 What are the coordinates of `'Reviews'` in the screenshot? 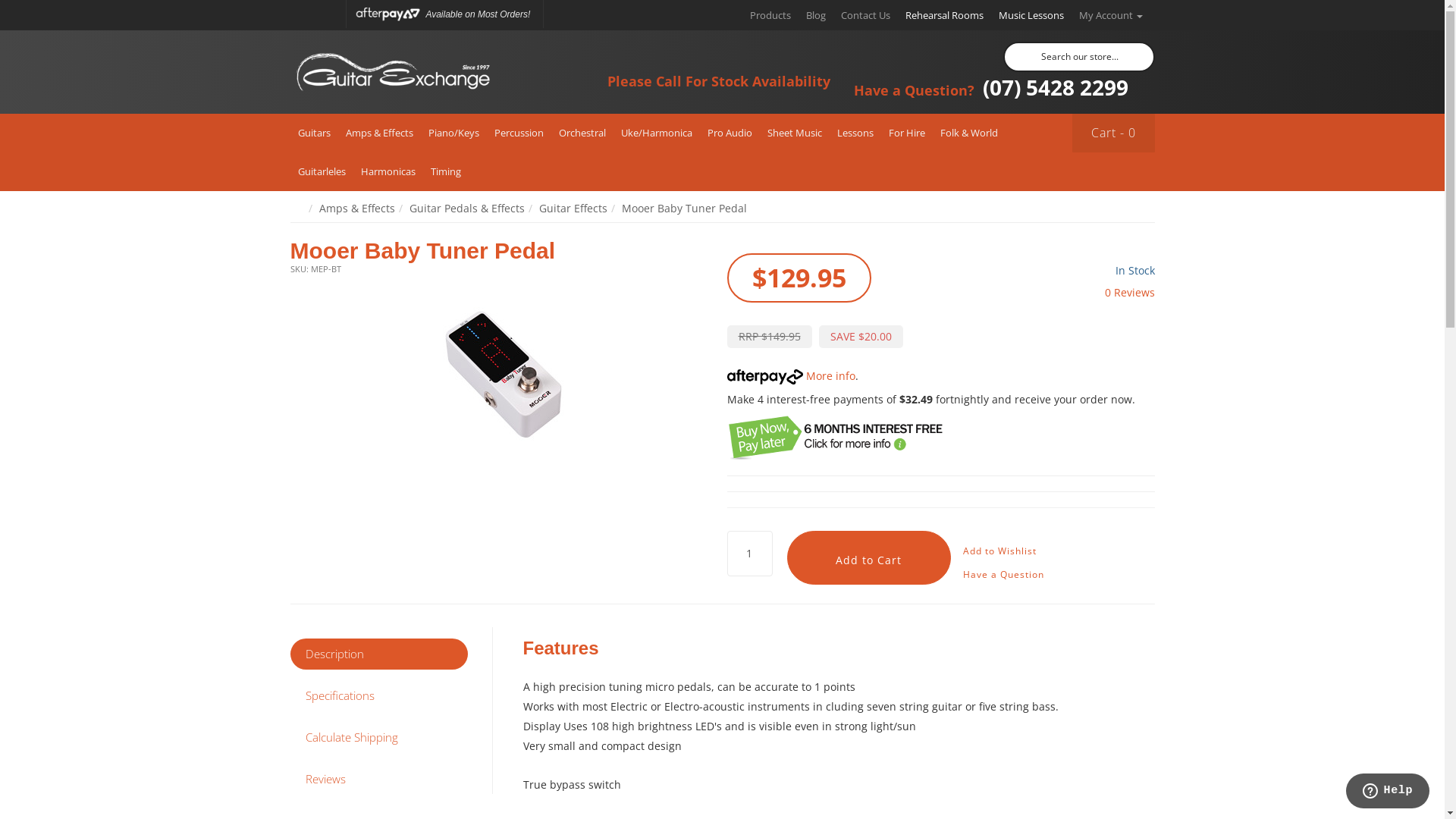 It's located at (378, 779).